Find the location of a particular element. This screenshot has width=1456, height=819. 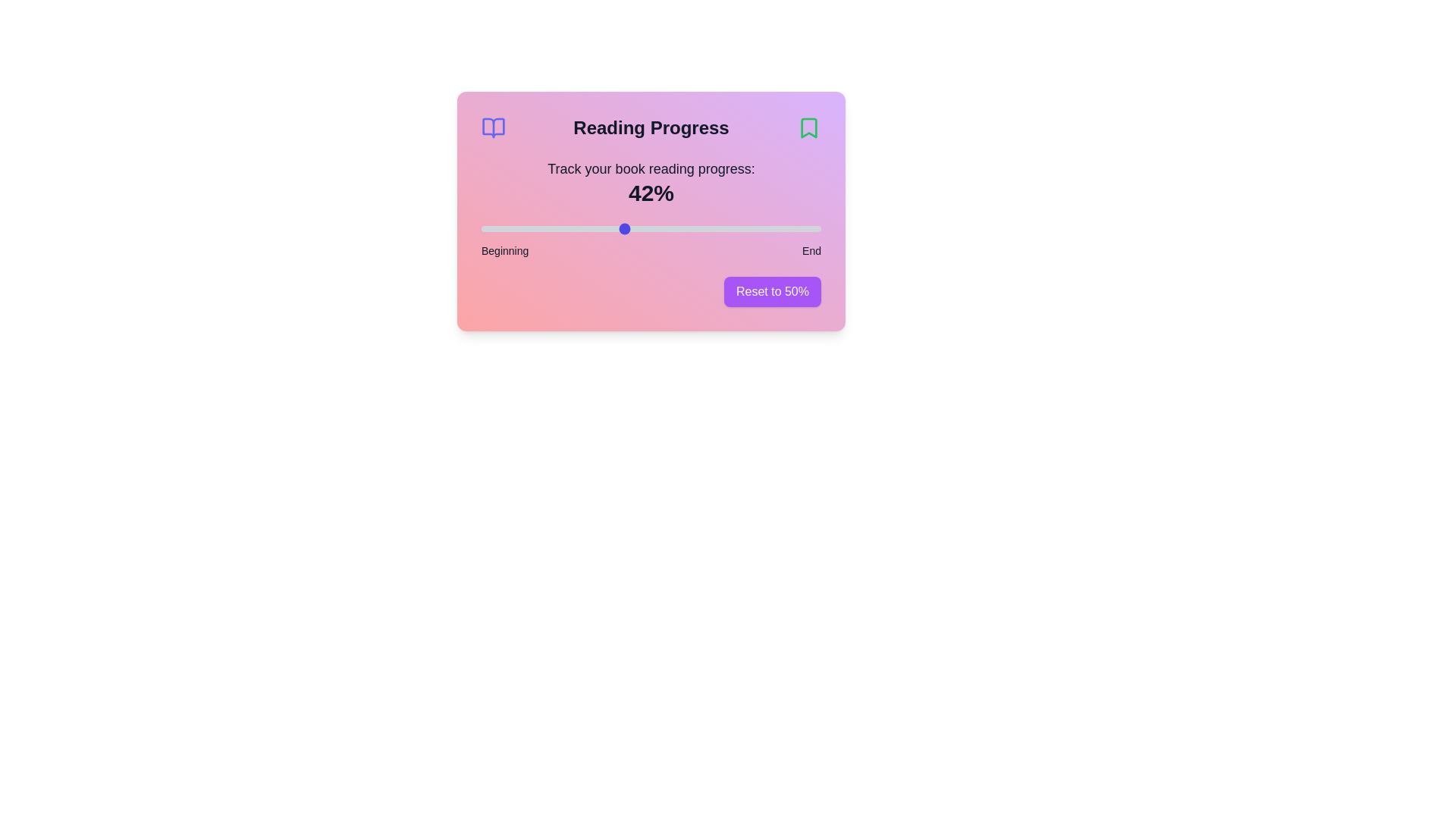

the reading progress slider to 70% is located at coordinates (718, 228).